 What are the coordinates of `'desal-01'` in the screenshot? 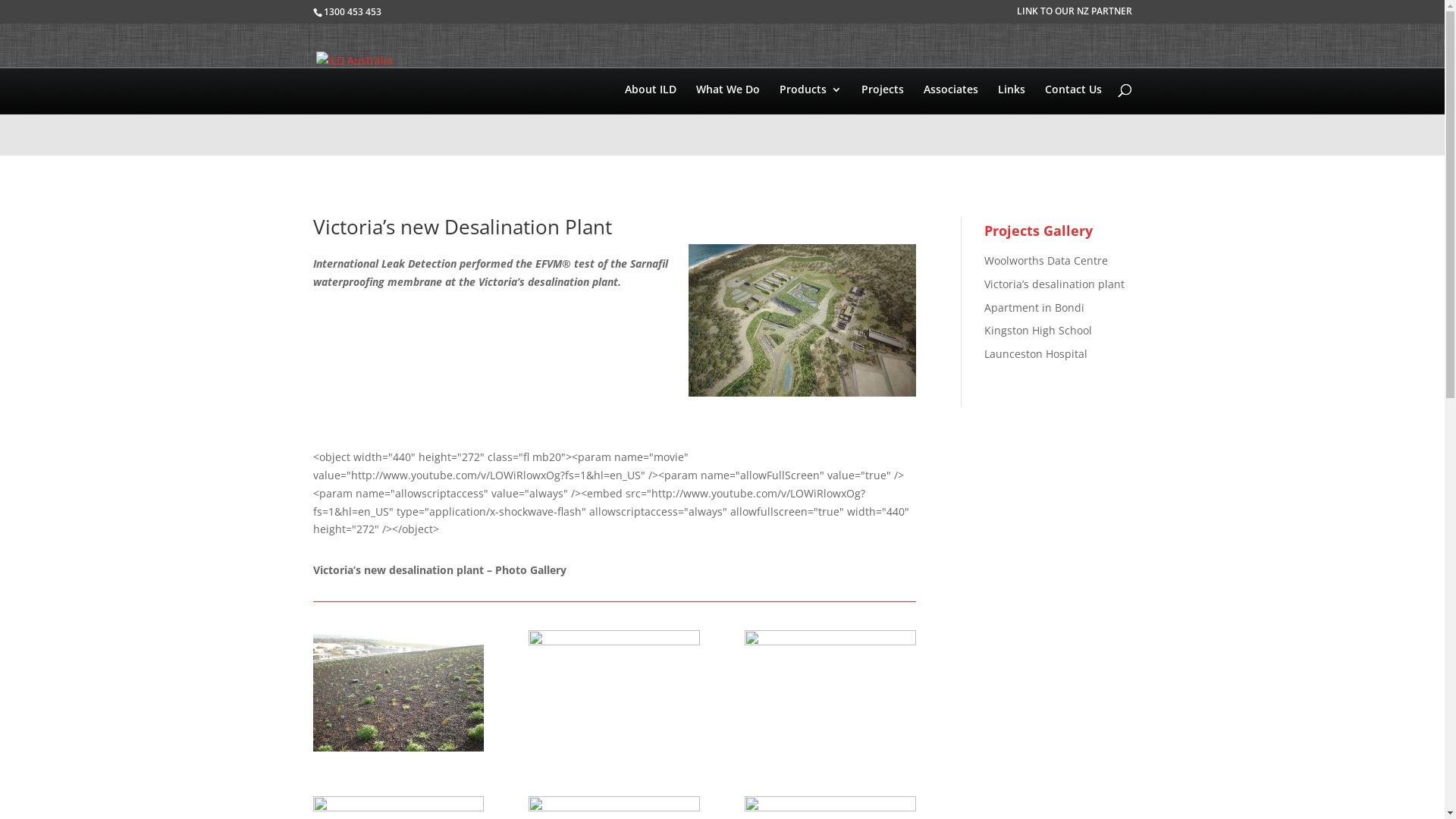 It's located at (613, 751).